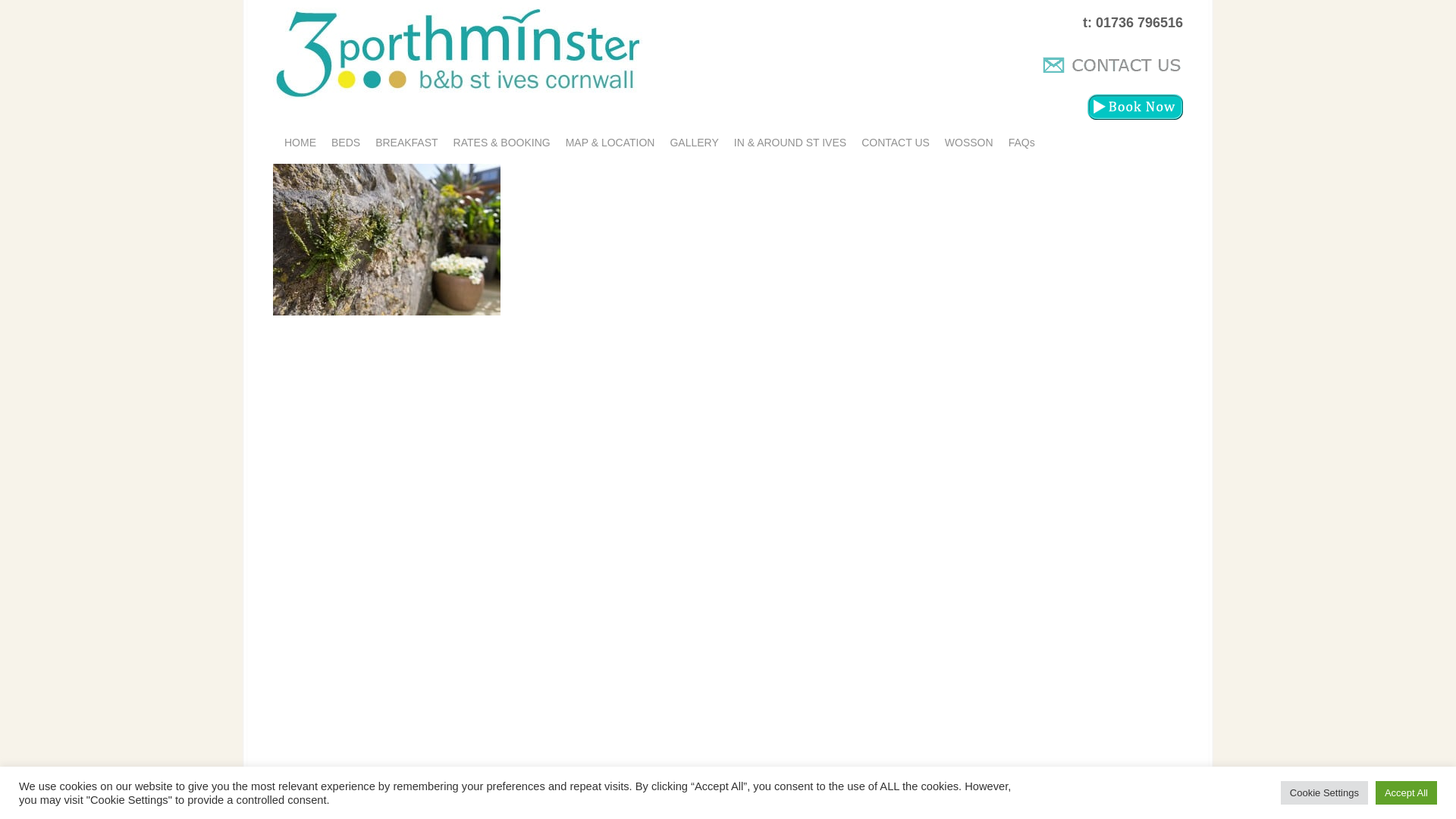 This screenshot has height=819, width=1456. Describe the element at coordinates (1376, 792) in the screenshot. I see `'Accept All'` at that location.